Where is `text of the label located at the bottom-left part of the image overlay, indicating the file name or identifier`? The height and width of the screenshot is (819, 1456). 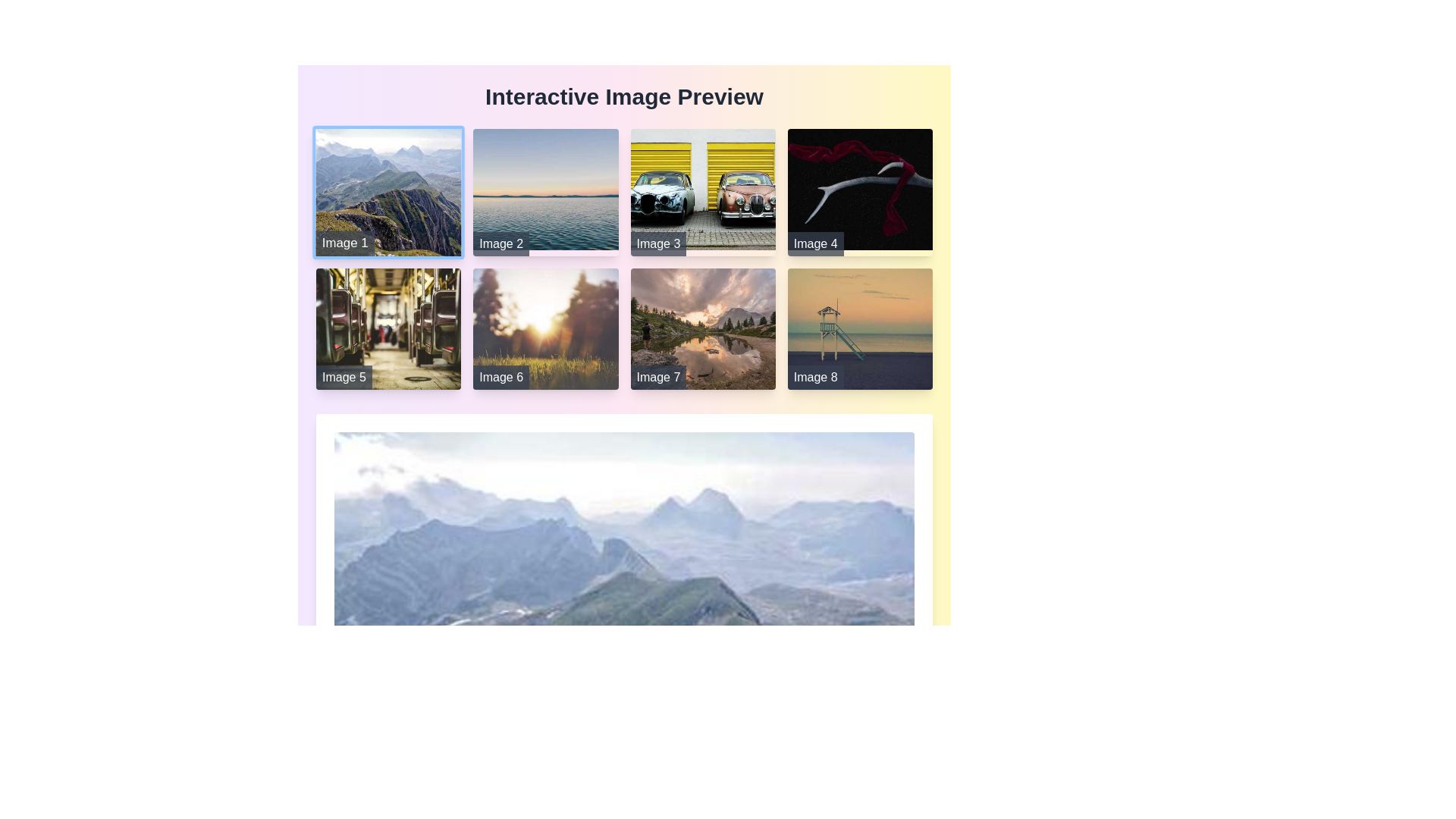
text of the label located at the bottom-left part of the image overlay, indicating the file name or identifier is located at coordinates (501, 376).